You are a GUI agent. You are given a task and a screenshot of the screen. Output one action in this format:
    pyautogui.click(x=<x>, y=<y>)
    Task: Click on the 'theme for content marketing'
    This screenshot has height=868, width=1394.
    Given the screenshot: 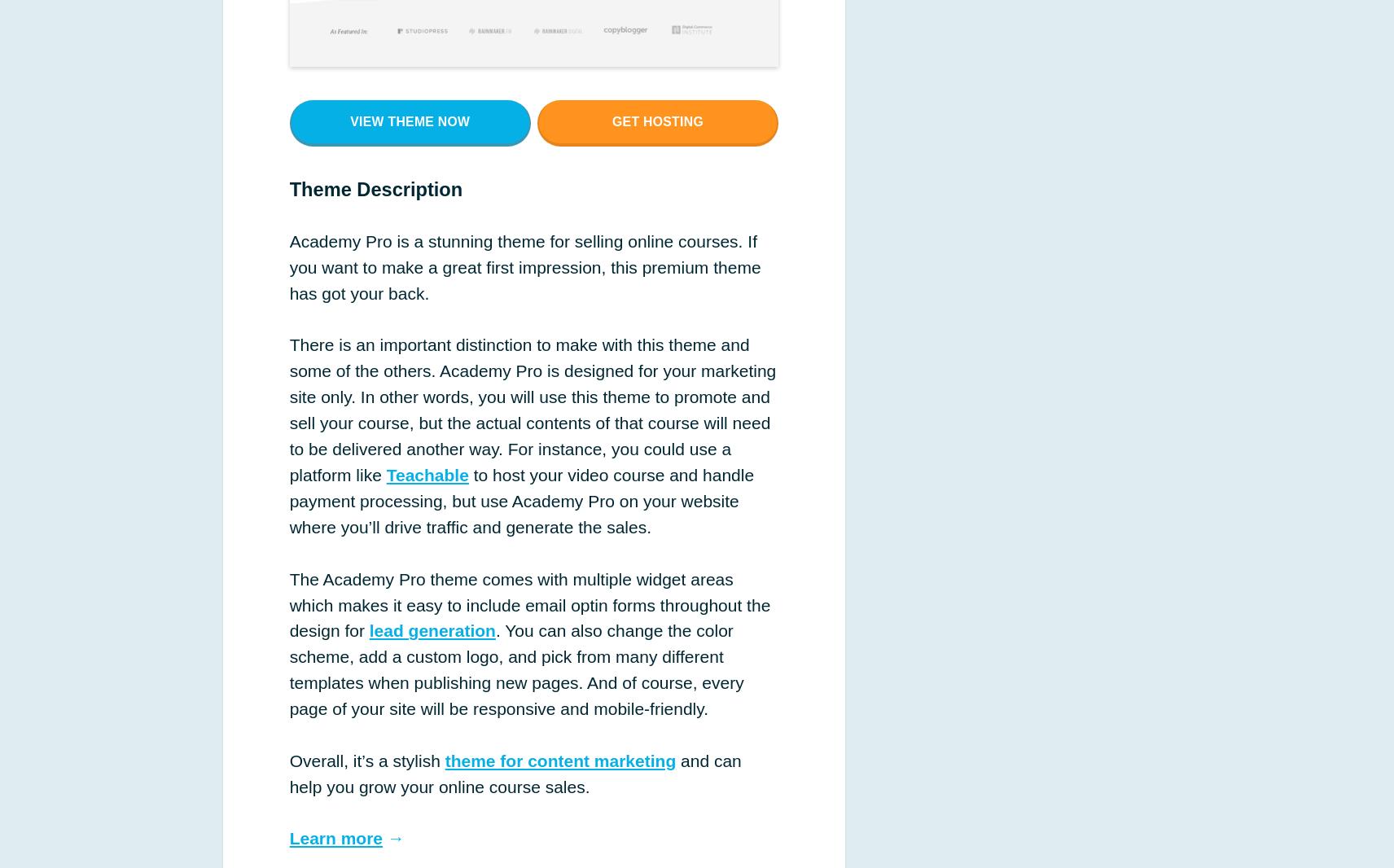 What is the action you would take?
    pyautogui.click(x=560, y=760)
    